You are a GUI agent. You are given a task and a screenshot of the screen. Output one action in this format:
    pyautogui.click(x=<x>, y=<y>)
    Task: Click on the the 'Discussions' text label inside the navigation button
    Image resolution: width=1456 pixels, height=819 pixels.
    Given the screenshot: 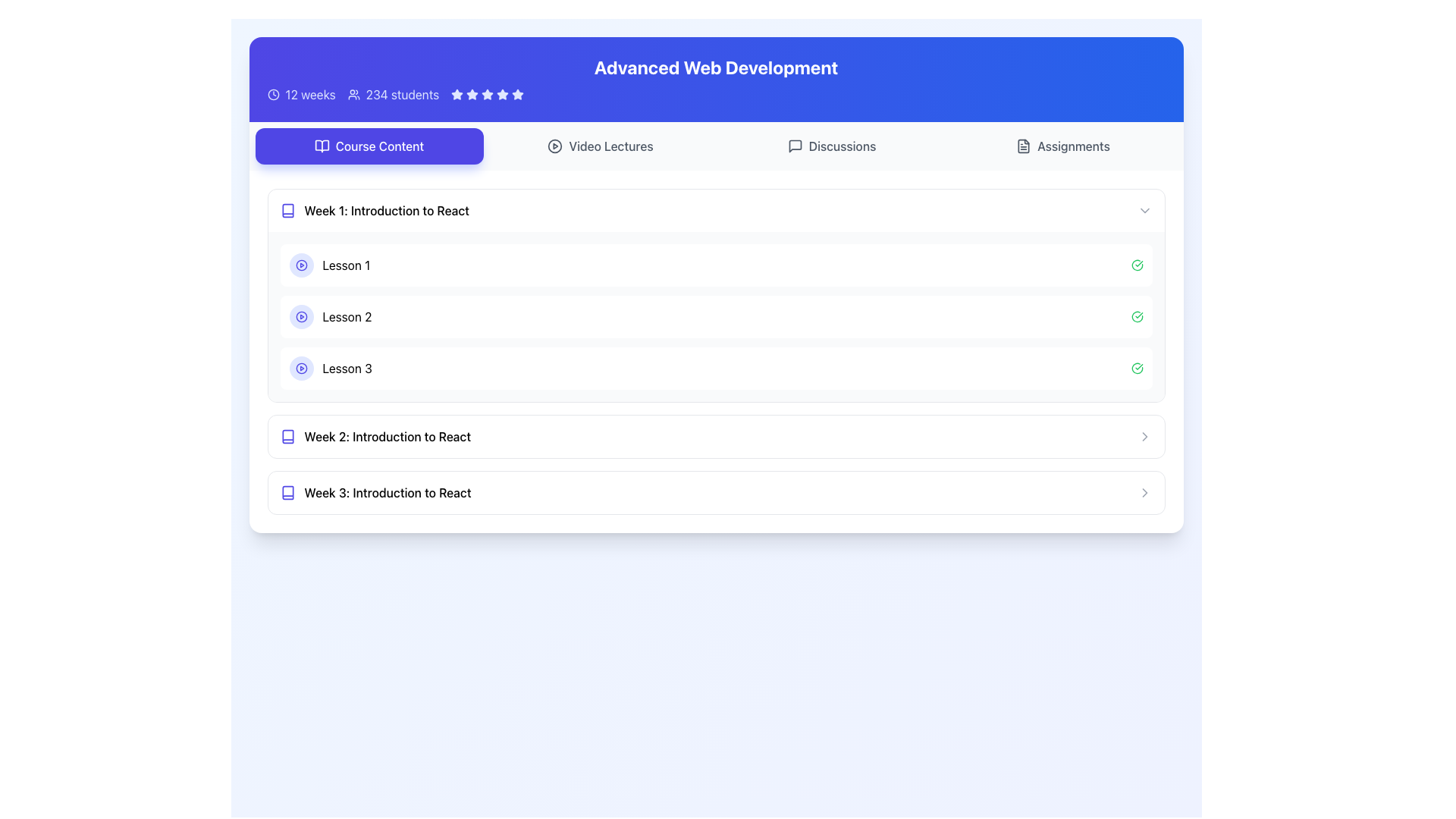 What is the action you would take?
    pyautogui.click(x=841, y=146)
    